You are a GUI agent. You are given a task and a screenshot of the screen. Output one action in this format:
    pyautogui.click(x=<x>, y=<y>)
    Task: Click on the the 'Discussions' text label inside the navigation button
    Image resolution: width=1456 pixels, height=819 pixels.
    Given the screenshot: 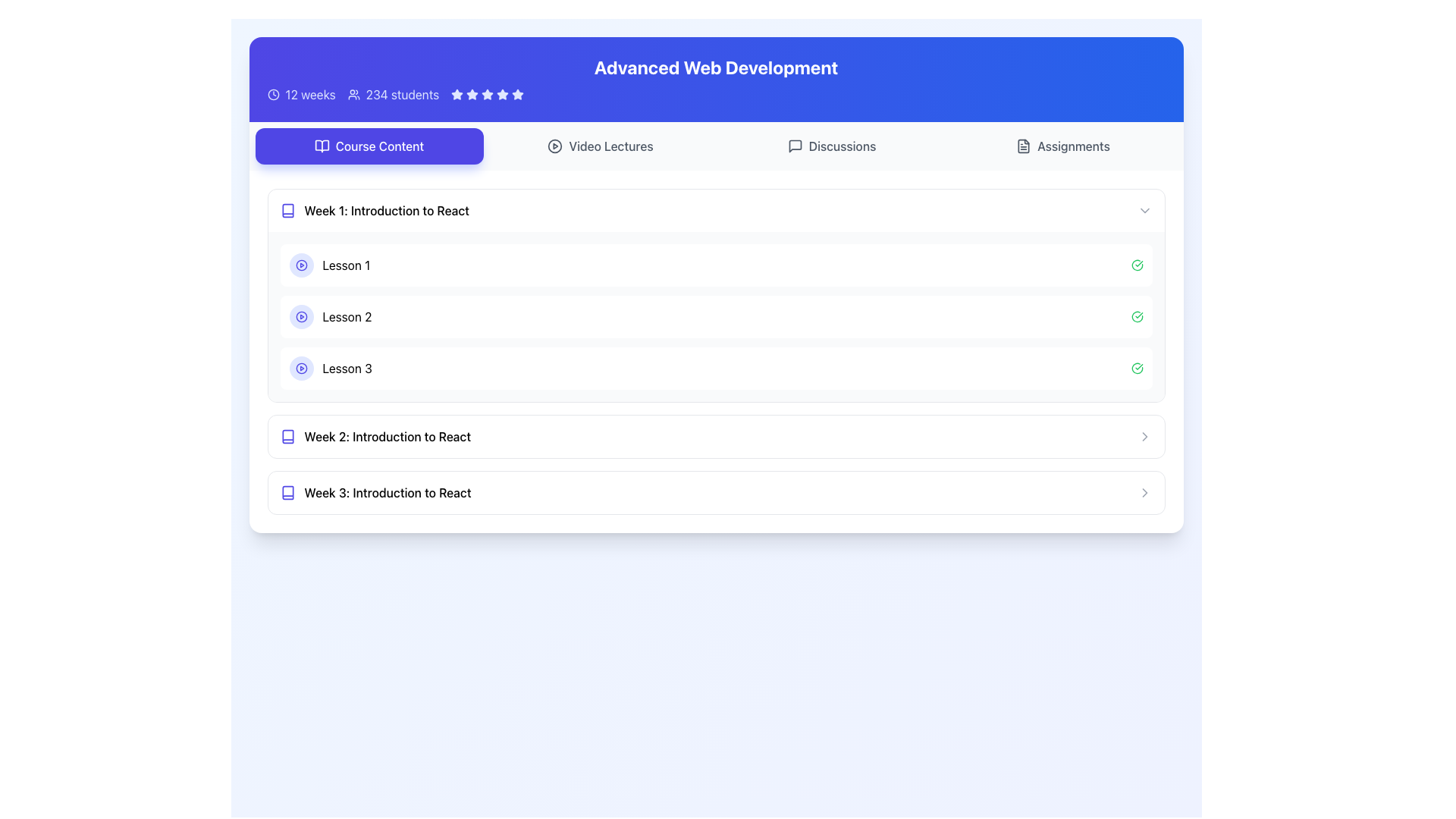 What is the action you would take?
    pyautogui.click(x=841, y=146)
    